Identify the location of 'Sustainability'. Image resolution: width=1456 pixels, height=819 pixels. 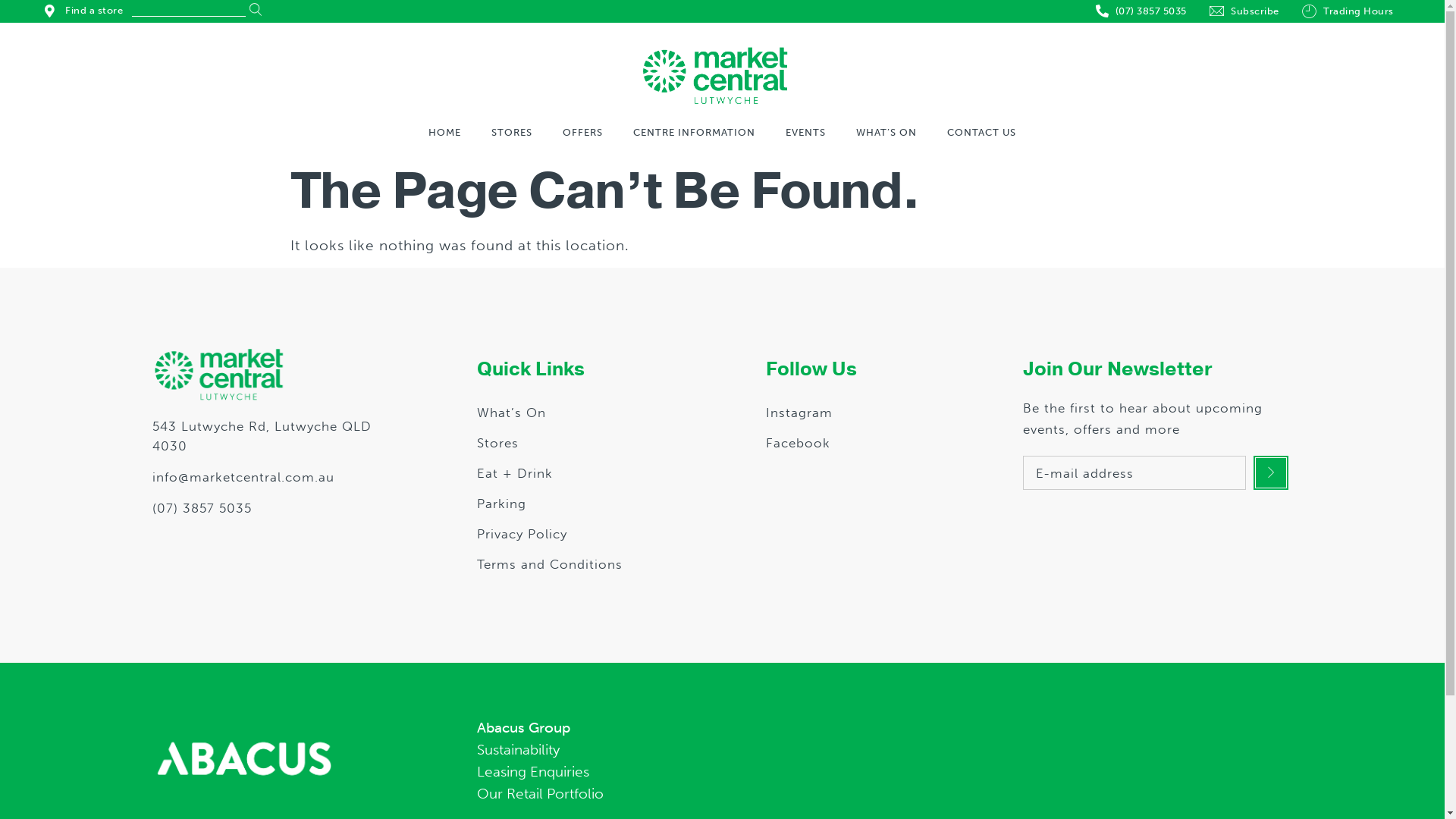
(871, 749).